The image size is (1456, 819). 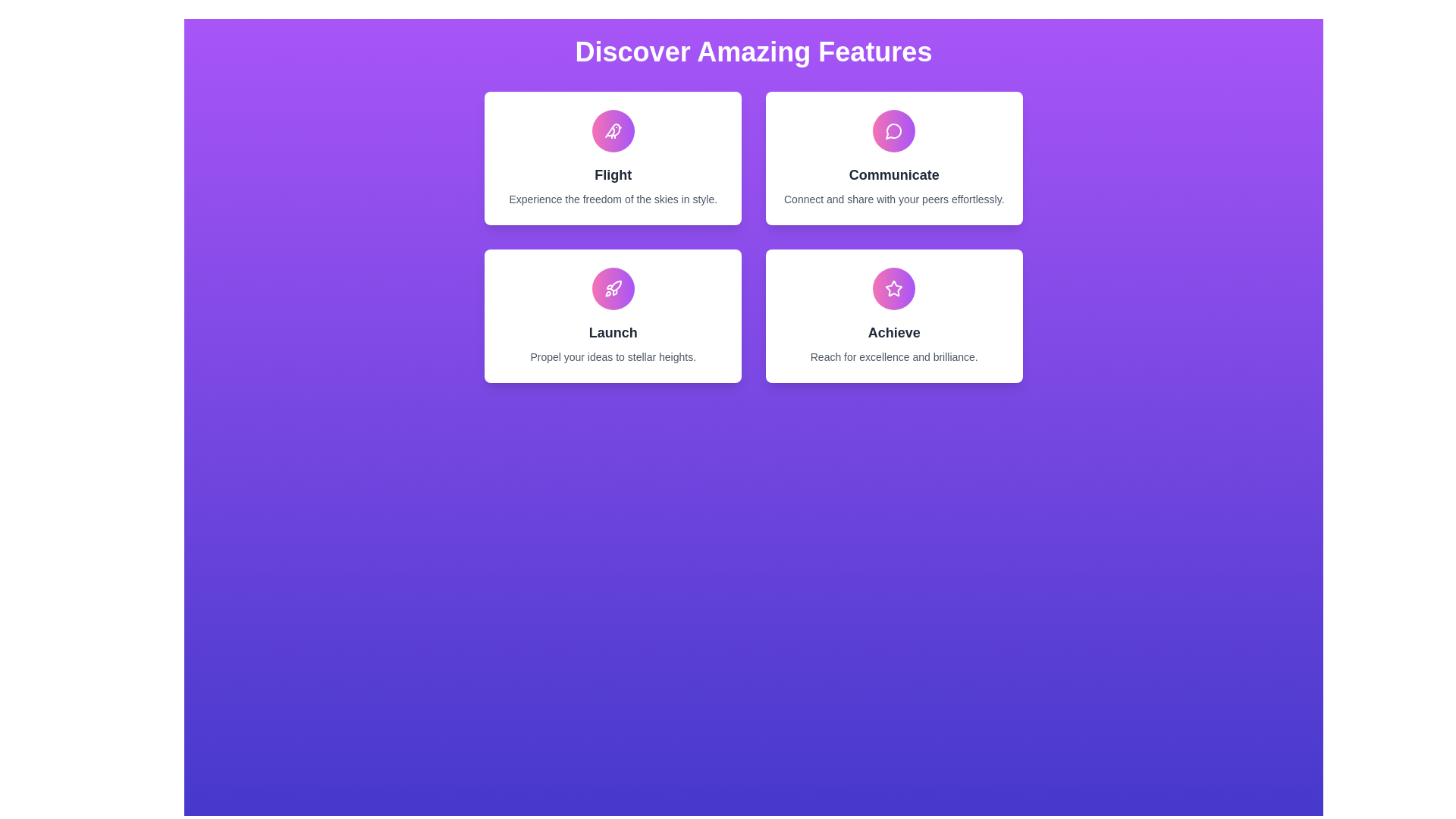 I want to click on the decorative graphic icon representing 'Flight' located in the top-left feature card of the grid layout, so click(x=613, y=130).